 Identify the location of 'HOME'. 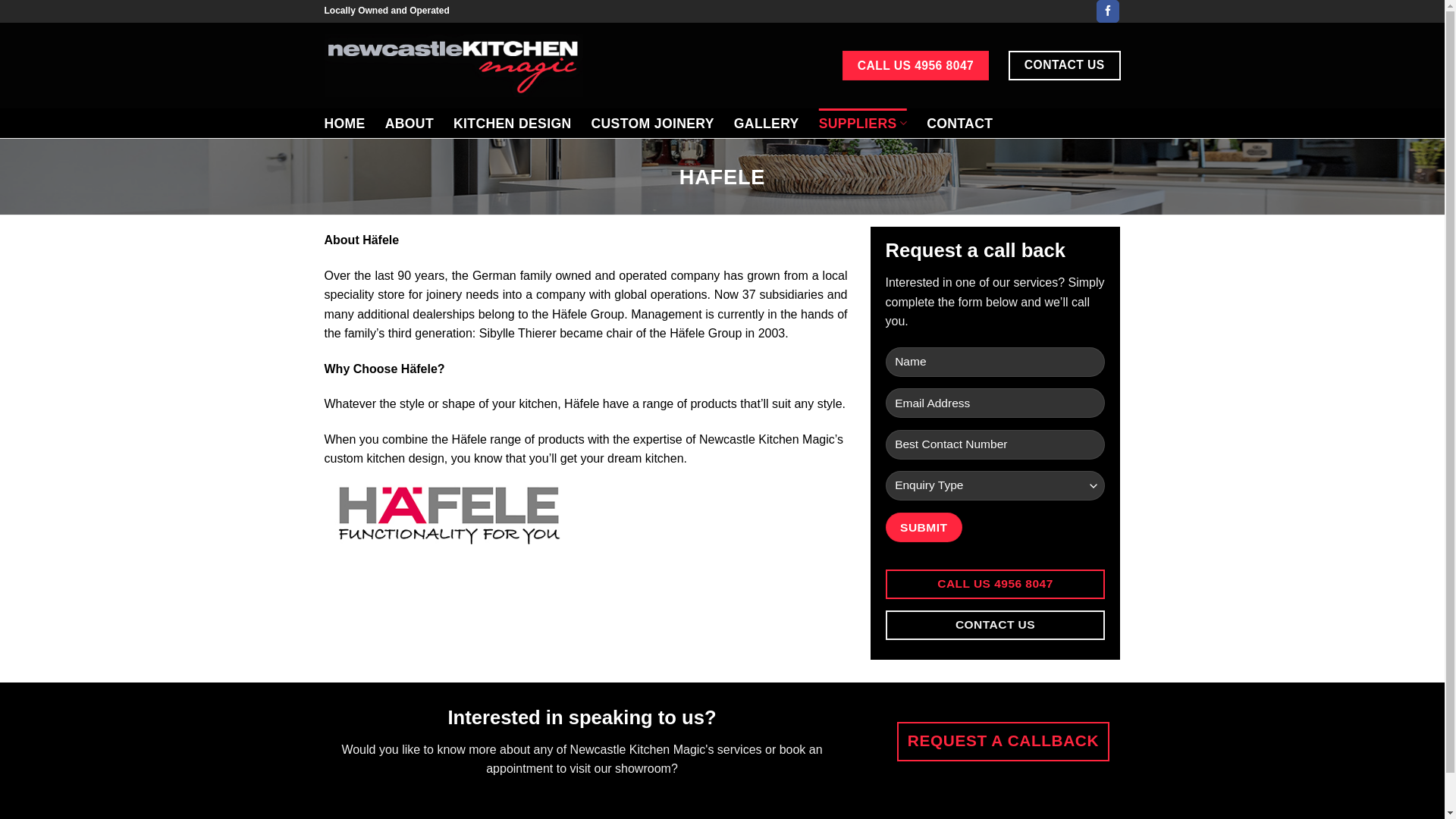
(323, 122).